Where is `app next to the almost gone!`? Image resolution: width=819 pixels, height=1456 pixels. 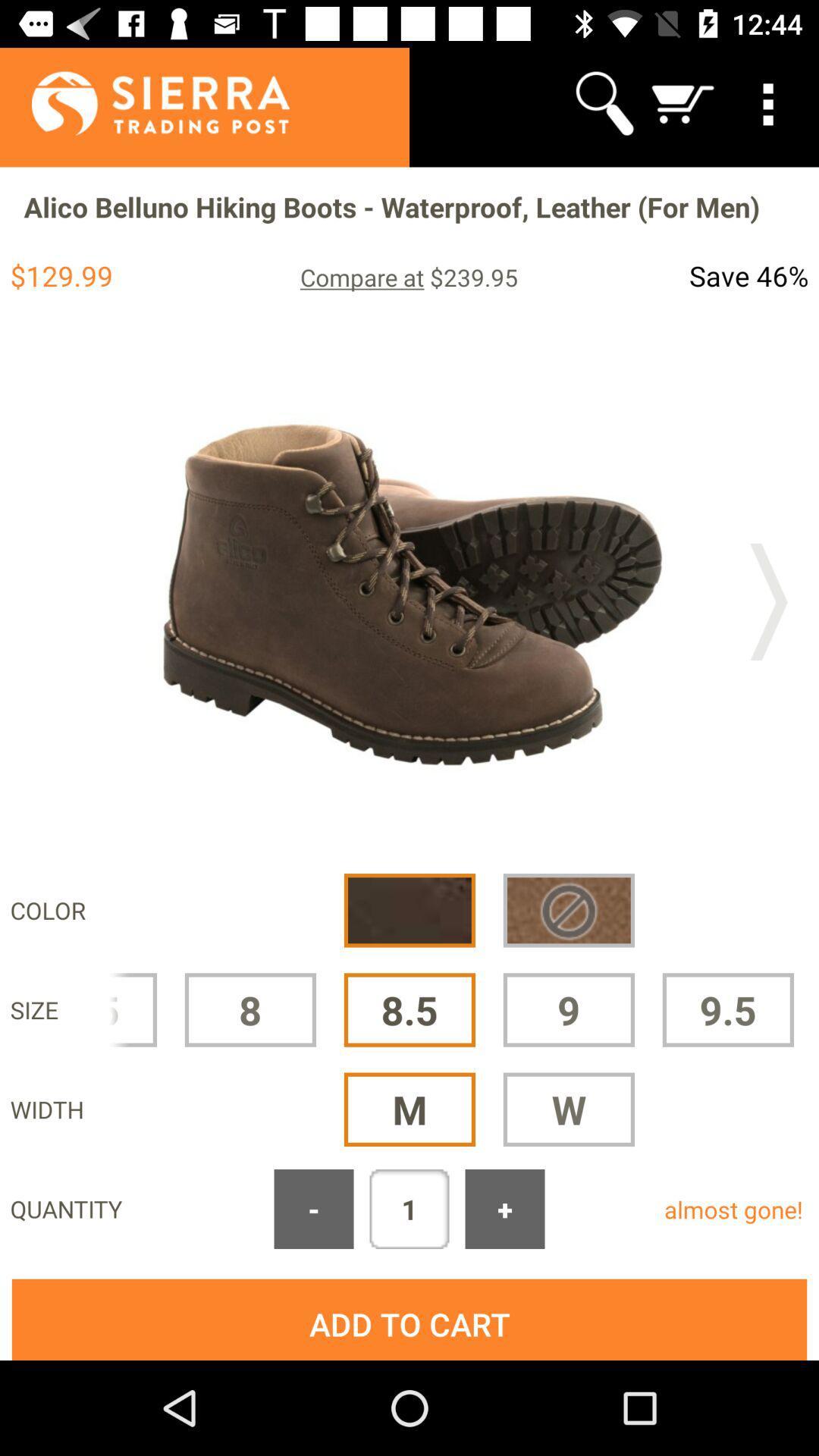 app next to the almost gone! is located at coordinates (505, 1208).